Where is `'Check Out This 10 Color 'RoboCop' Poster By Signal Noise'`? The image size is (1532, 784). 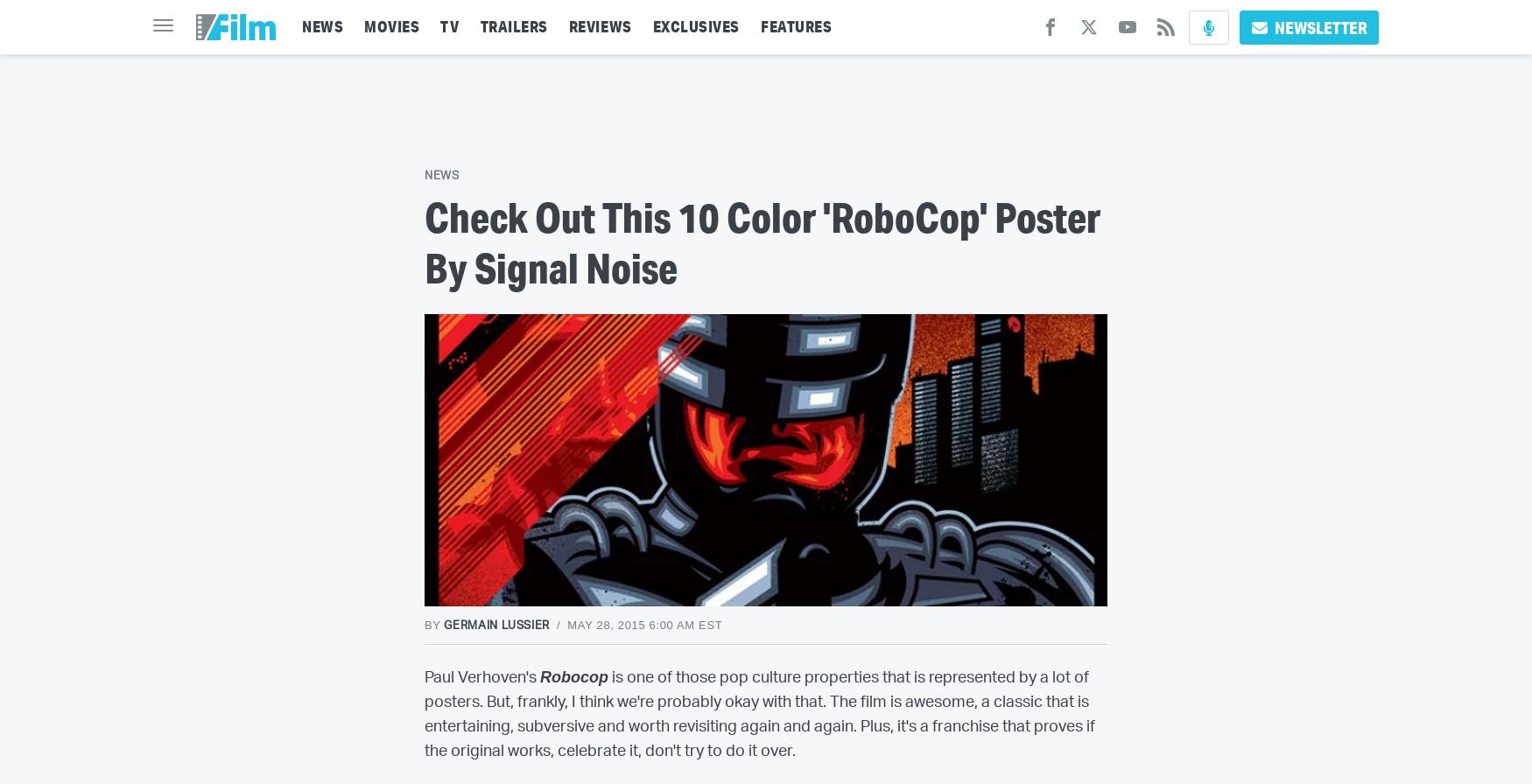 'Check Out This 10 Color 'RoboCop' Poster By Signal Noise' is located at coordinates (424, 241).